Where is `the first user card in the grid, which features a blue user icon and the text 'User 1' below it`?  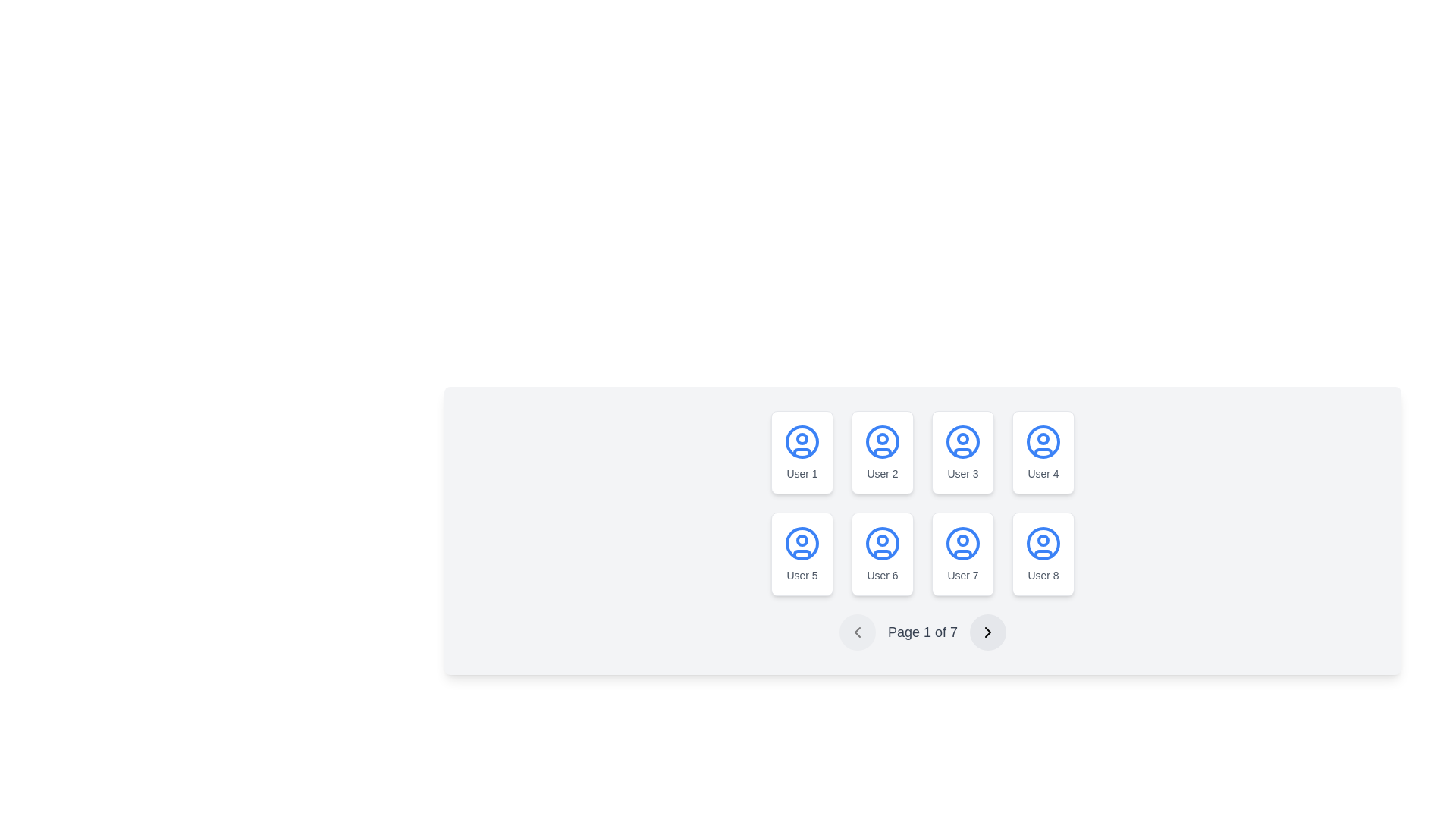 the first user card in the grid, which features a blue user icon and the text 'User 1' below it is located at coordinates (801, 452).